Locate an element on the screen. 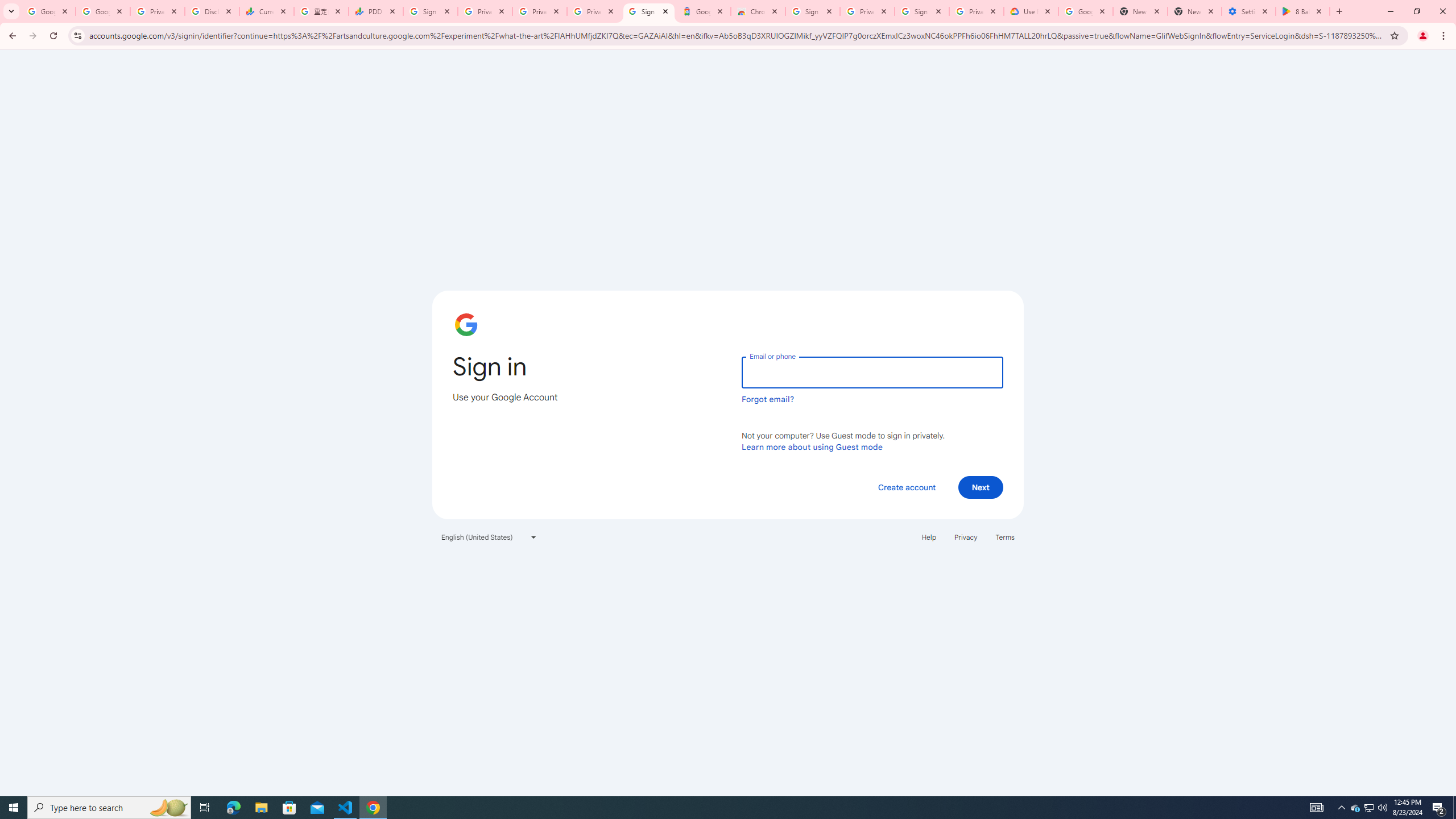  'New Tab' is located at coordinates (1194, 11).